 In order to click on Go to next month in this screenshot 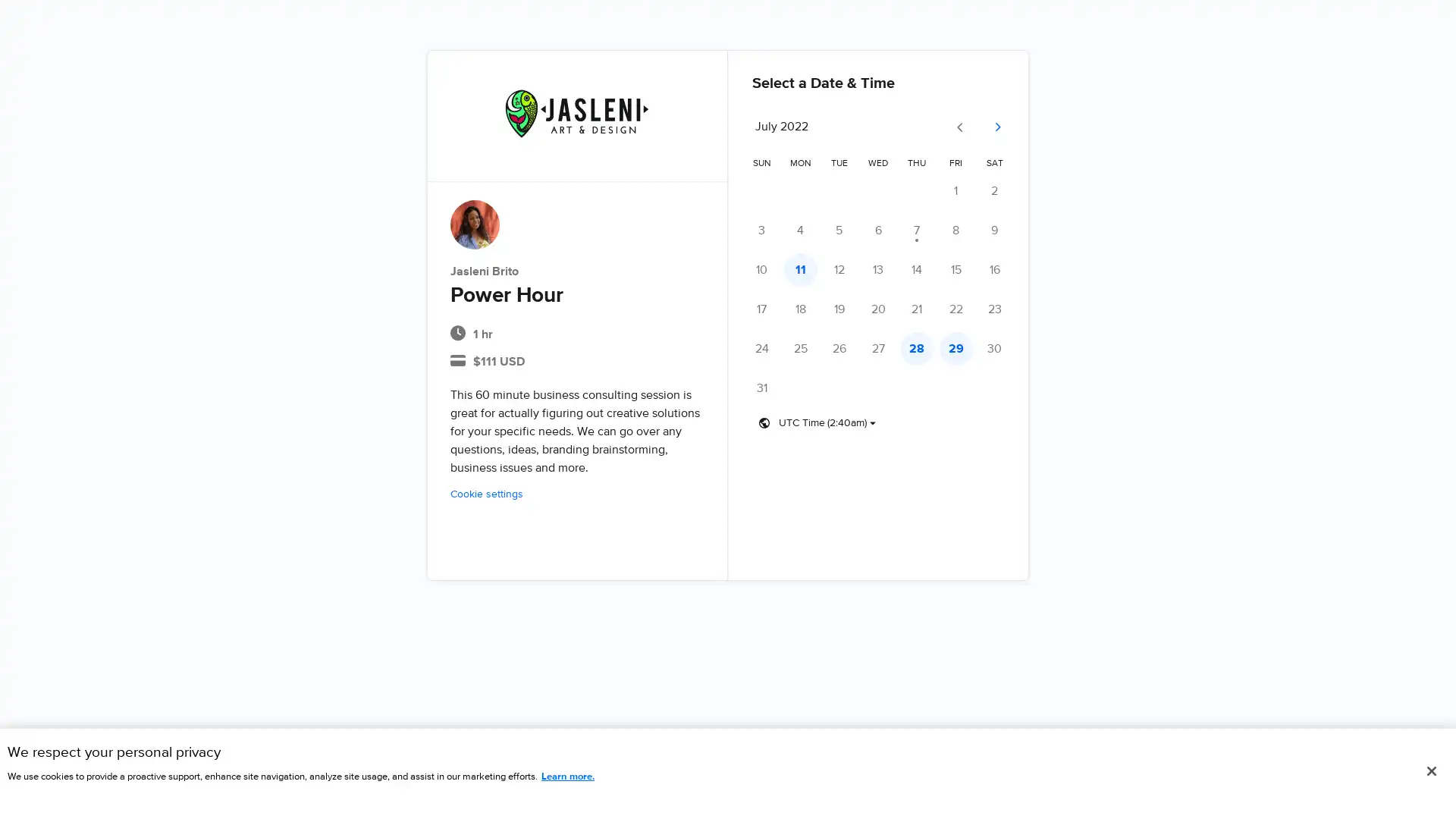, I will do `click(998, 127)`.